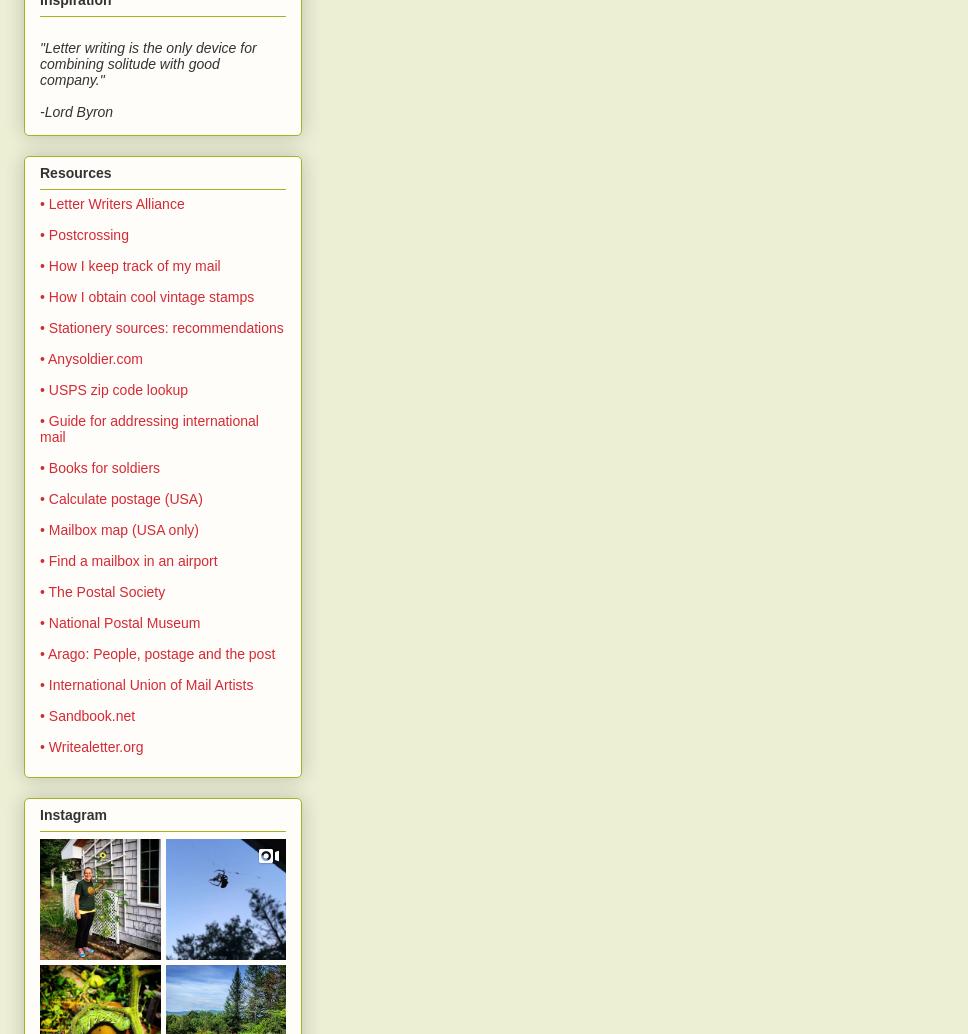 The image size is (968, 1034). I want to click on '• Arago: People, postage and the post', so click(156, 652).